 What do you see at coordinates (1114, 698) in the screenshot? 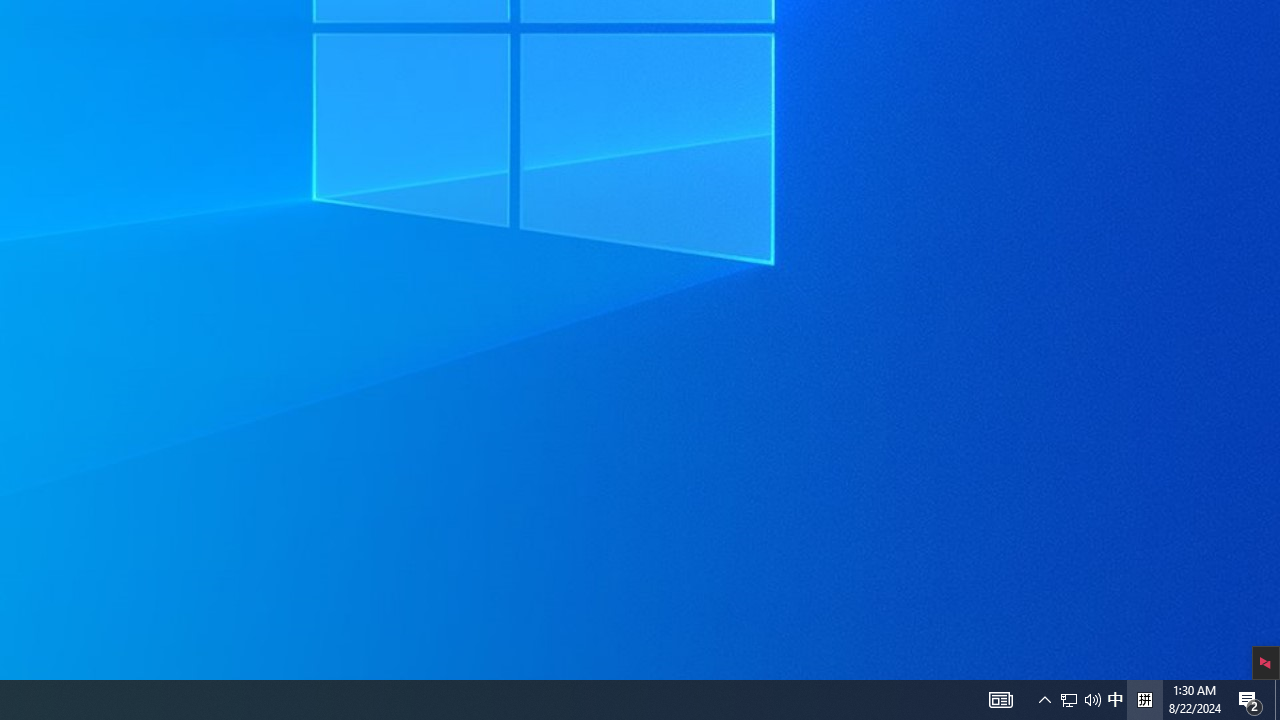
I see `'Tray Input Indicator - Chinese (Simplified, China)'` at bounding box center [1114, 698].